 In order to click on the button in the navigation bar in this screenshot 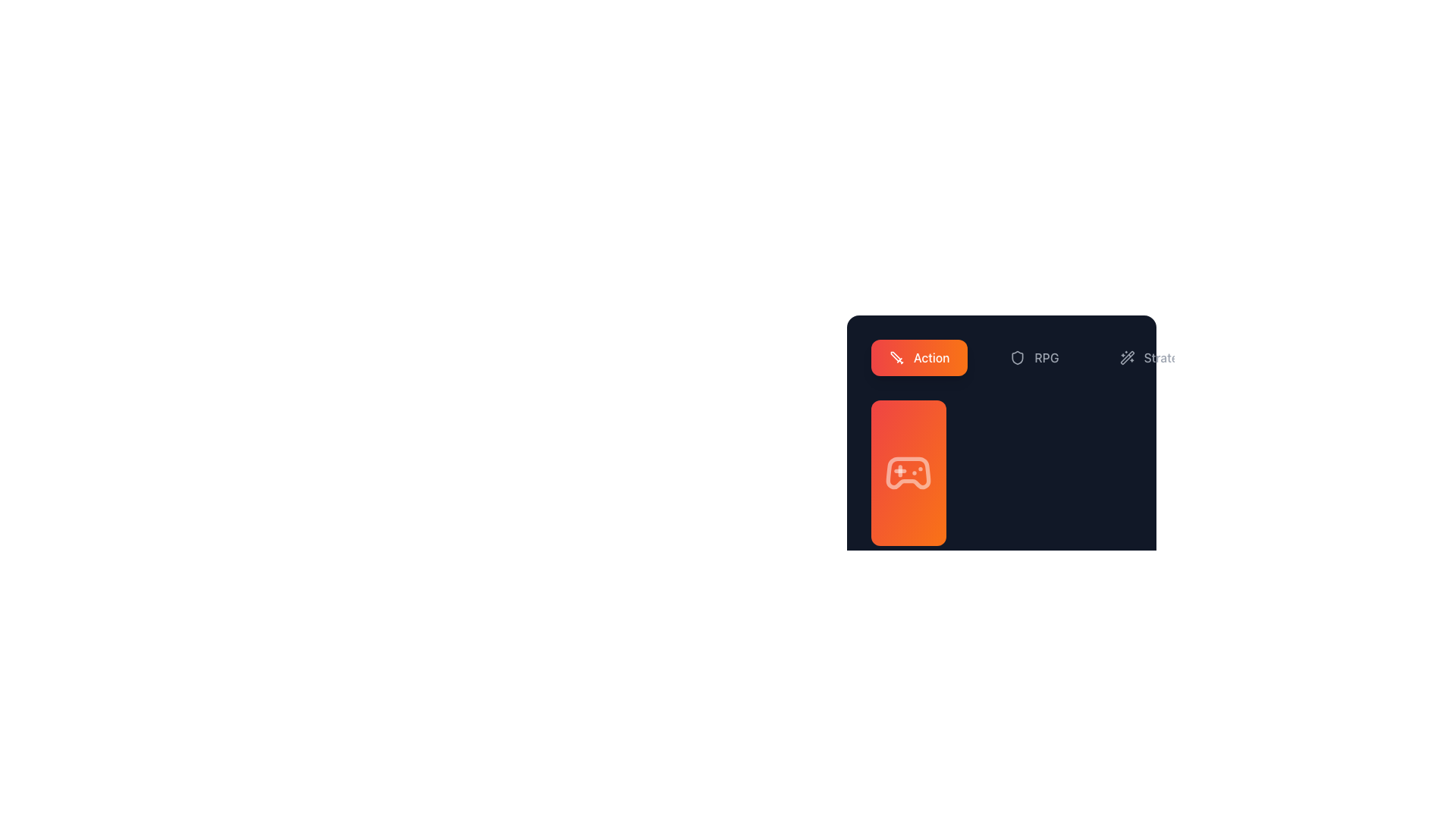, I will do `click(1001, 357)`.